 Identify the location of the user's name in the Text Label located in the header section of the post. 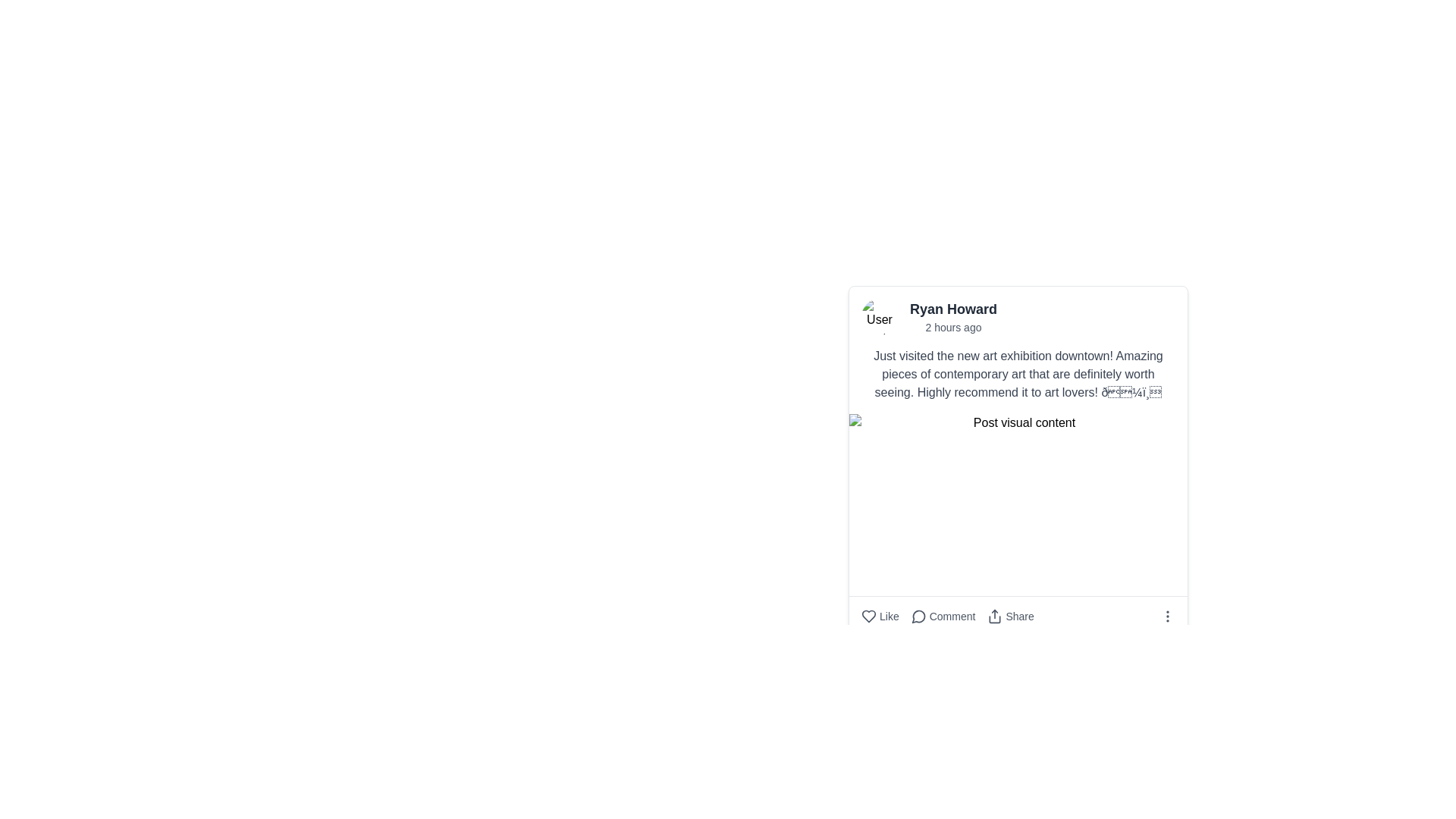
(952, 309).